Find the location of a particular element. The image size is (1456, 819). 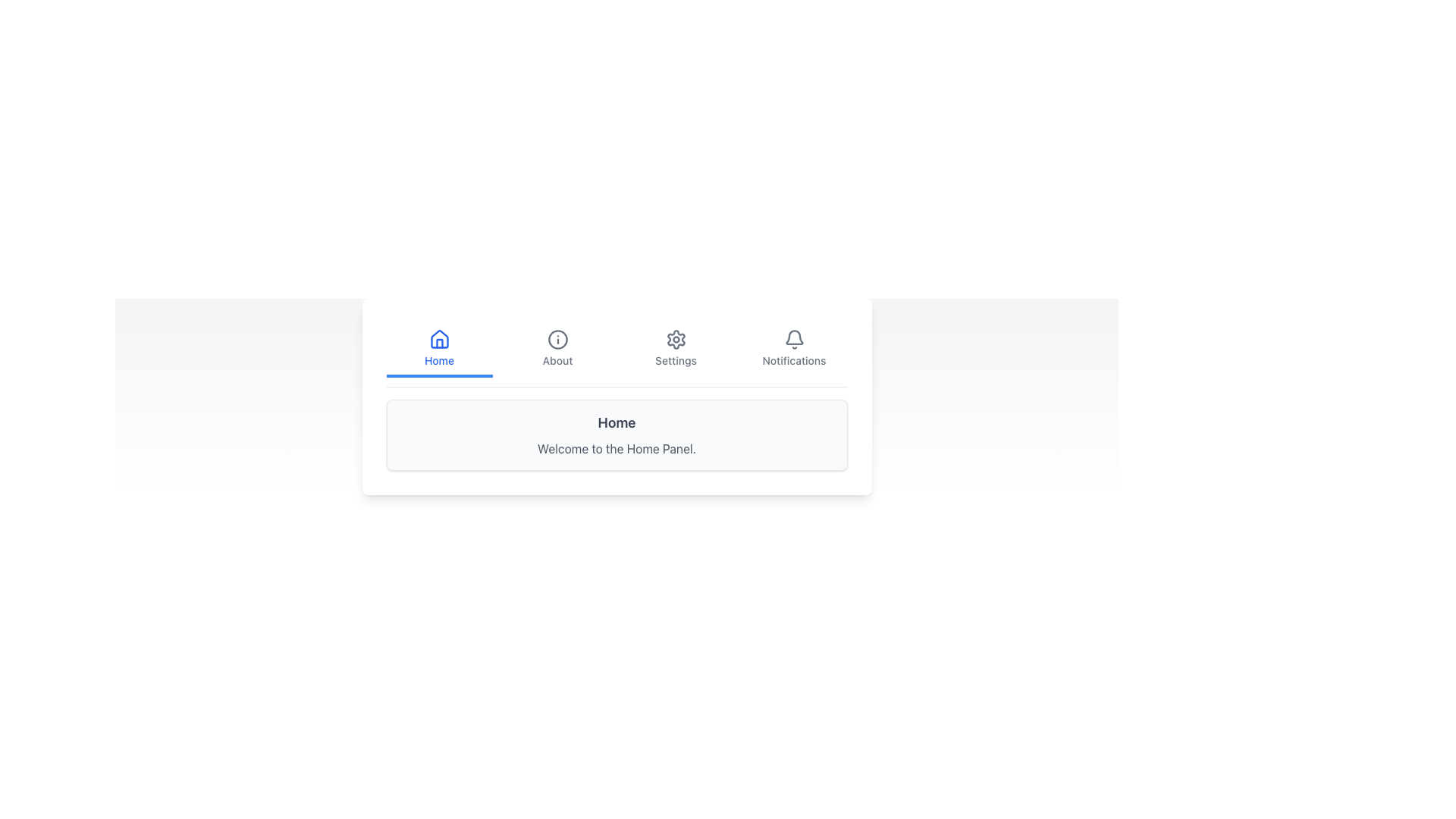

the second button in the horizontal navigation menu that has an icon and a text label for navigating to the 'About' page is located at coordinates (557, 350).